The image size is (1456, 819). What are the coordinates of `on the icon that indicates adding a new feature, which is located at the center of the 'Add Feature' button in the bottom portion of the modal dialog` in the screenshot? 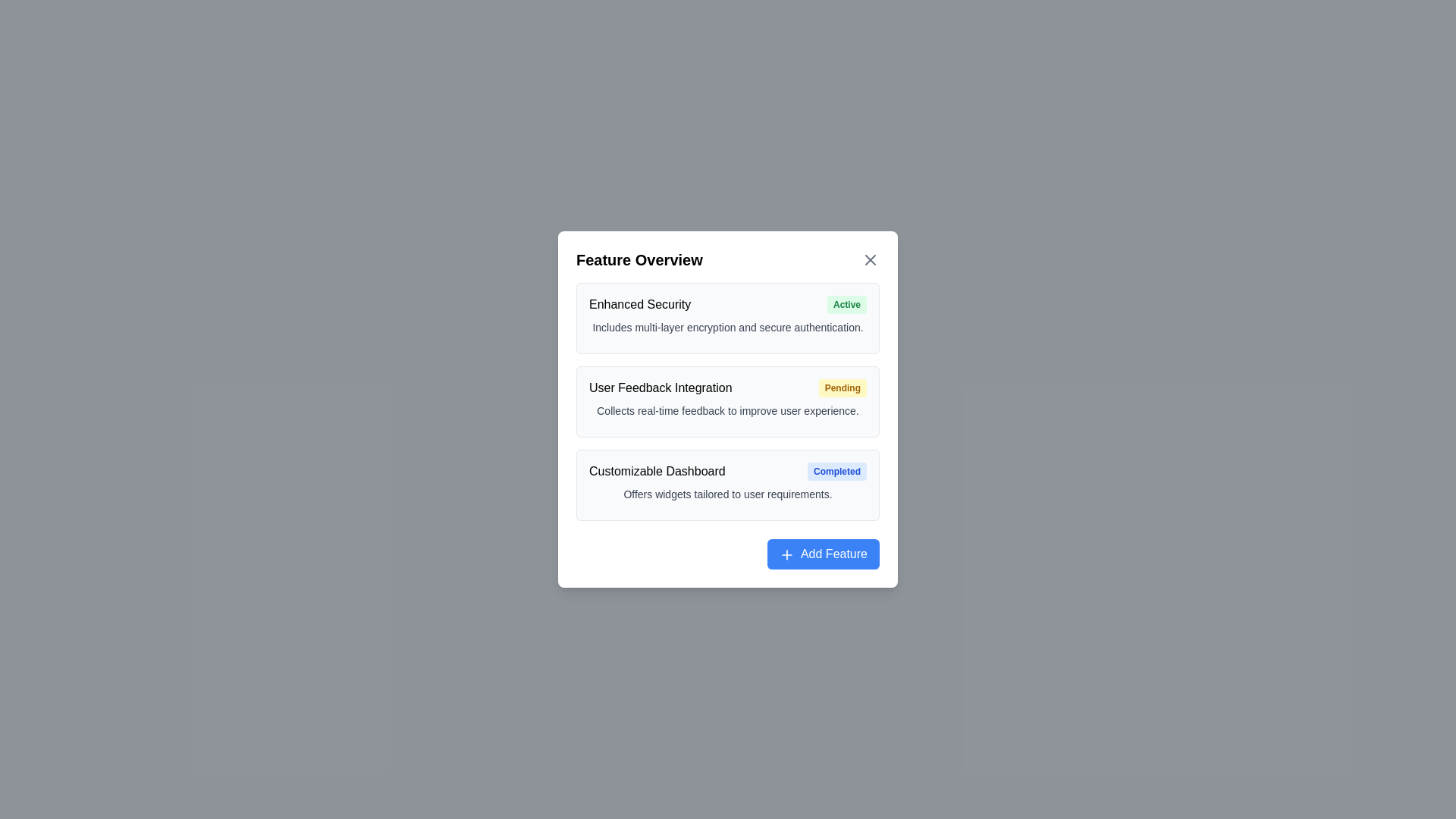 It's located at (787, 554).